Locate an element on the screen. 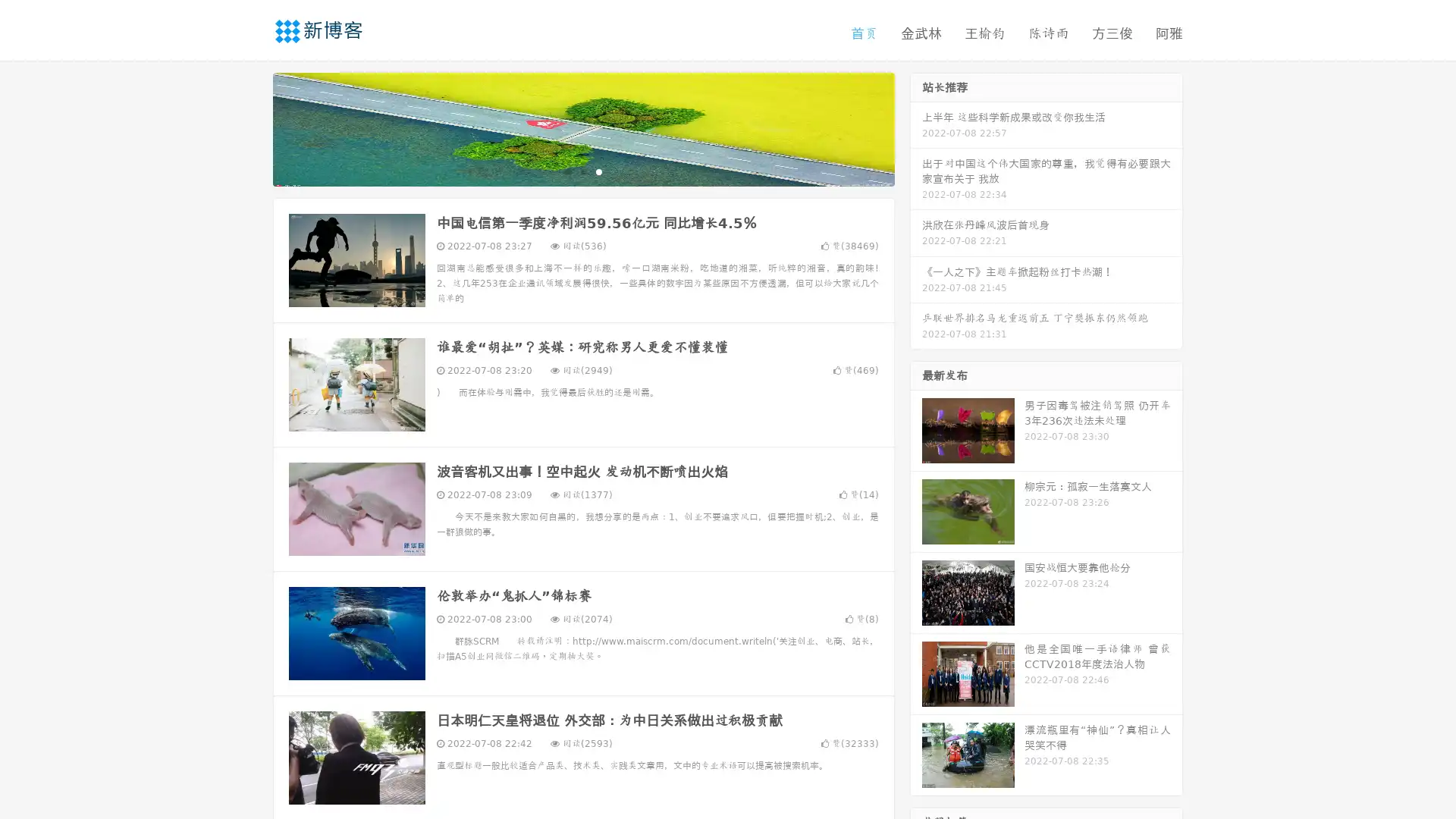 The height and width of the screenshot is (819, 1456). Go to slide 2 is located at coordinates (582, 171).